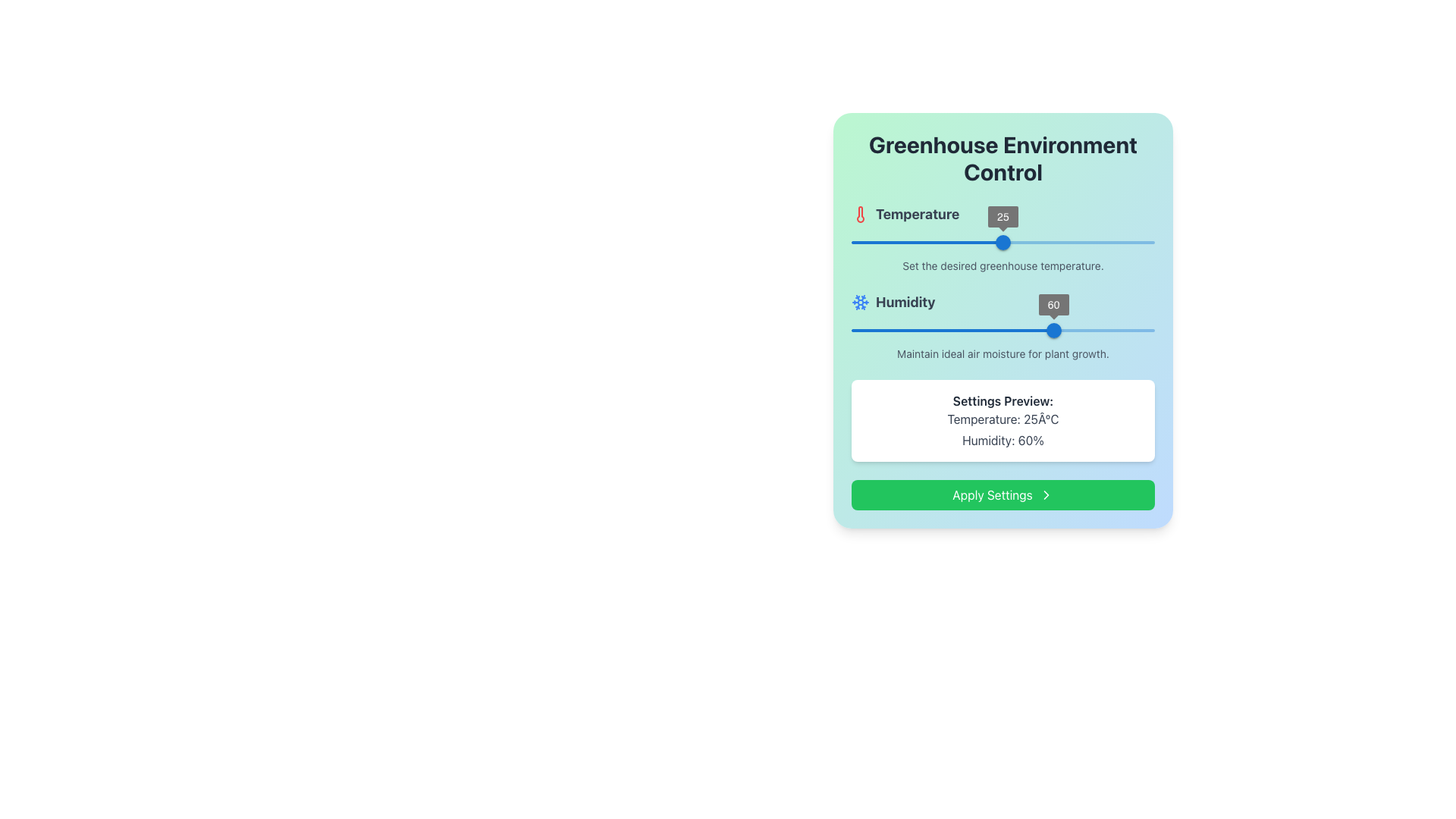  I want to click on the static text label displaying the current humidity setting of 60%, located in the 'Settings Preview' section of the application, so click(1003, 441).